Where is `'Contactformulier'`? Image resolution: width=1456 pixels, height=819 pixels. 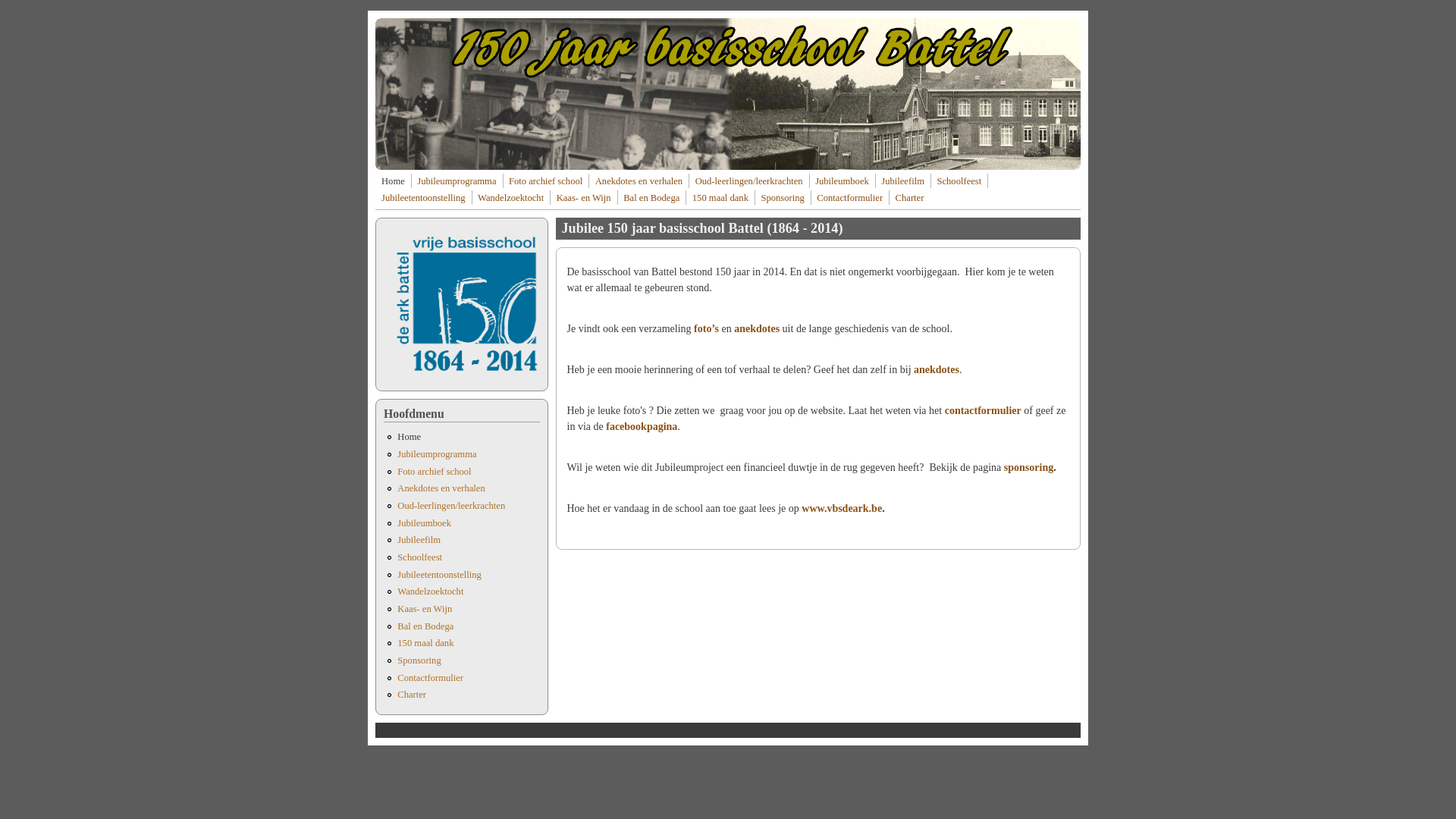
'Contactformulier' is located at coordinates (849, 197).